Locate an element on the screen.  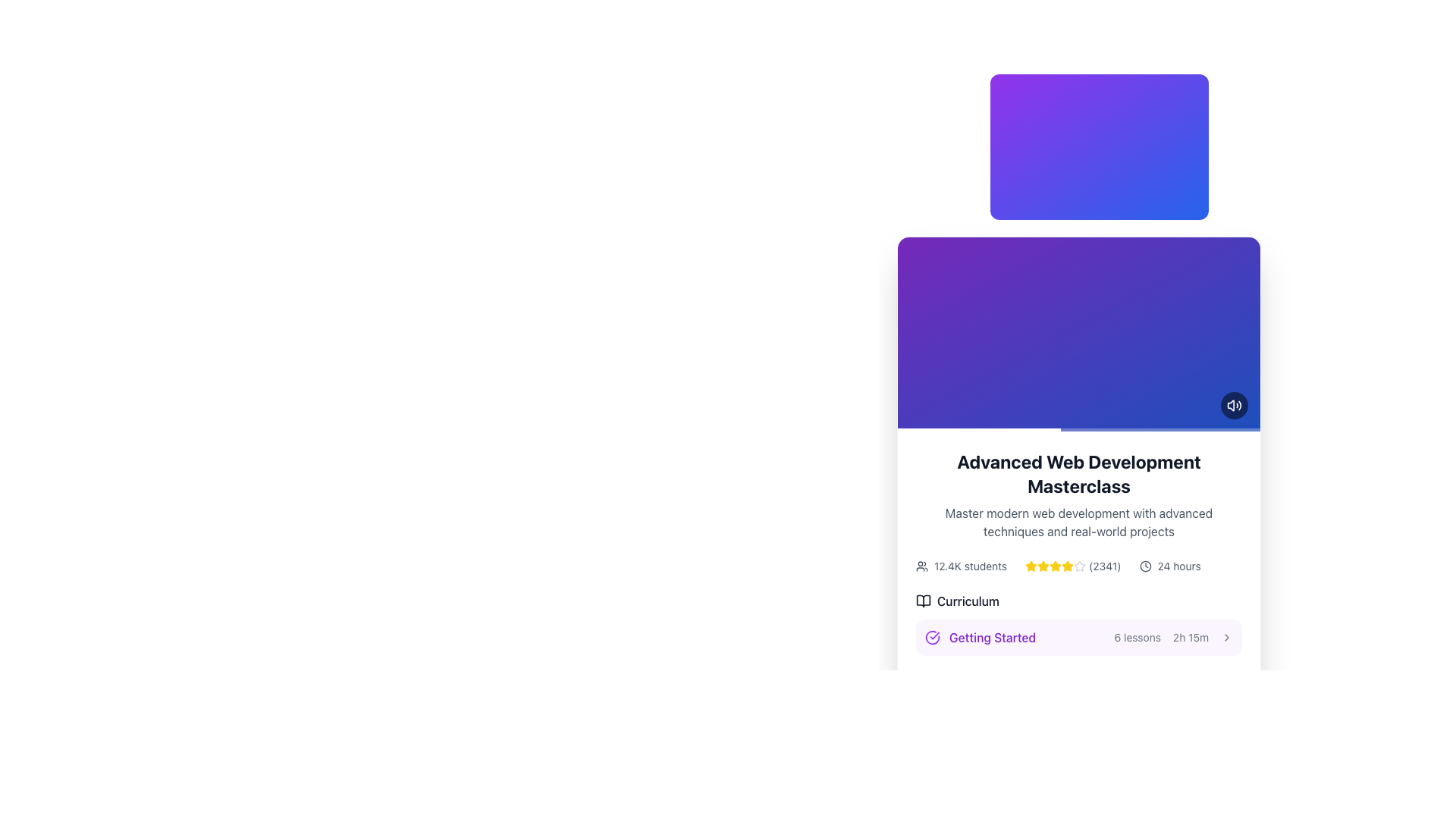
the Information bar or course overview summary located beneath the course title 'Advanced Web Development Masterclass', which includes details like '12.4K students', yellow stars for ratings, '(2341)', and '24 hours' is located at coordinates (1078, 566).